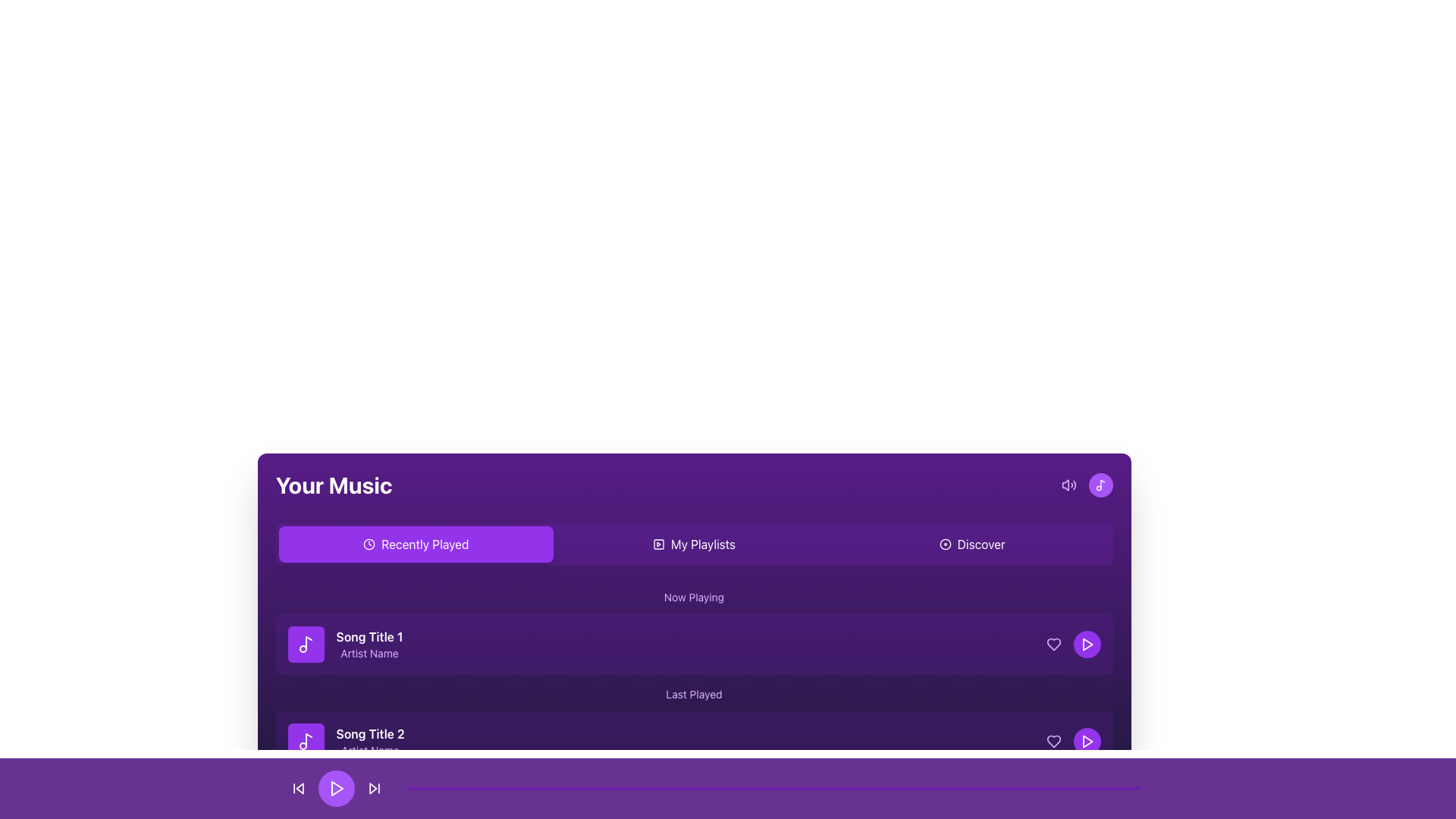 Image resolution: width=1456 pixels, height=819 pixels. Describe the element at coordinates (375, 788) in the screenshot. I see `the 'Skip Forward' button located in the bottom control bar, to the right of the circular play button, to skip forward to the next item in the playlist` at that location.